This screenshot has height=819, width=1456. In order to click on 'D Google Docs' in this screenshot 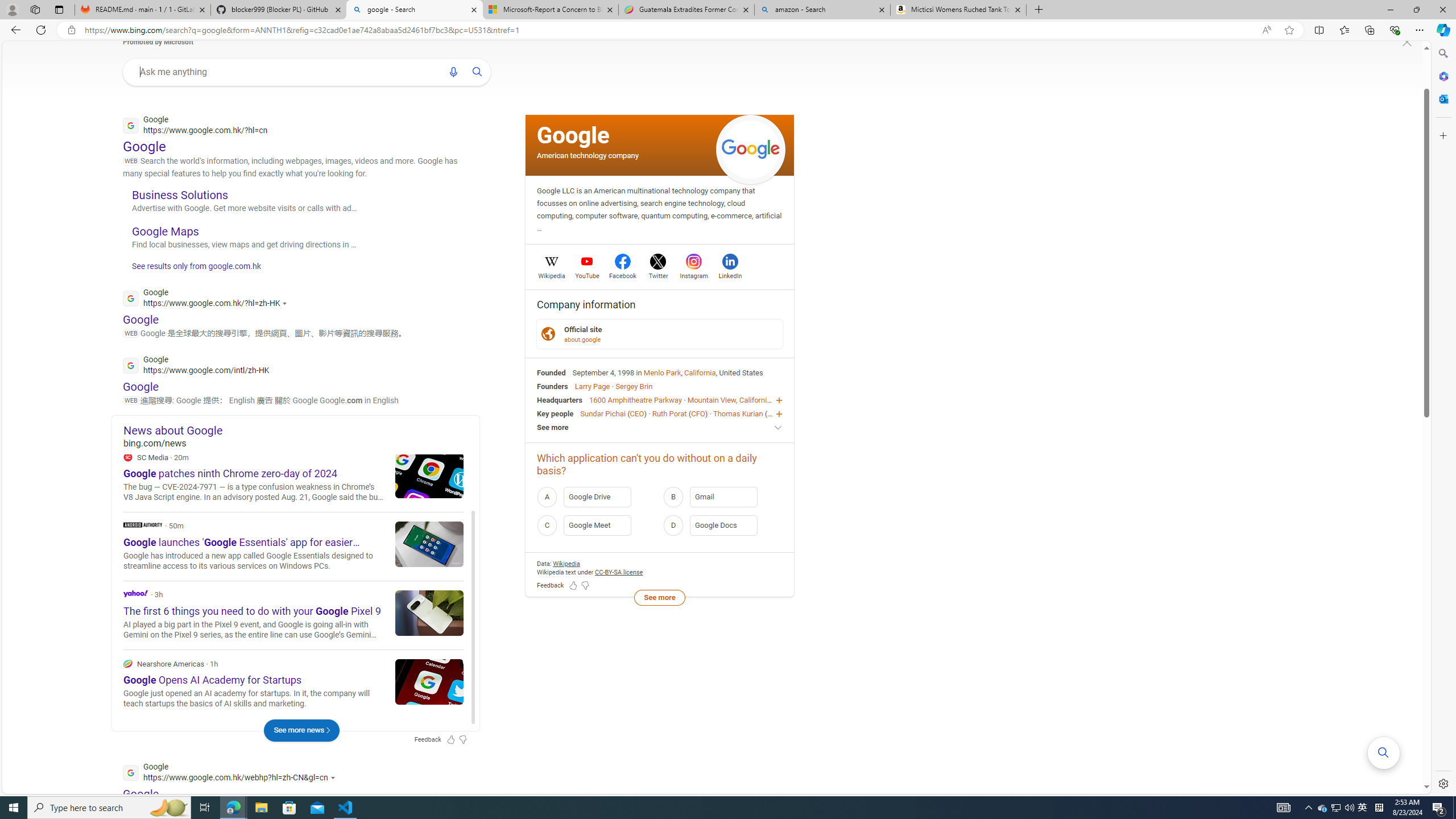, I will do `click(723, 524)`.